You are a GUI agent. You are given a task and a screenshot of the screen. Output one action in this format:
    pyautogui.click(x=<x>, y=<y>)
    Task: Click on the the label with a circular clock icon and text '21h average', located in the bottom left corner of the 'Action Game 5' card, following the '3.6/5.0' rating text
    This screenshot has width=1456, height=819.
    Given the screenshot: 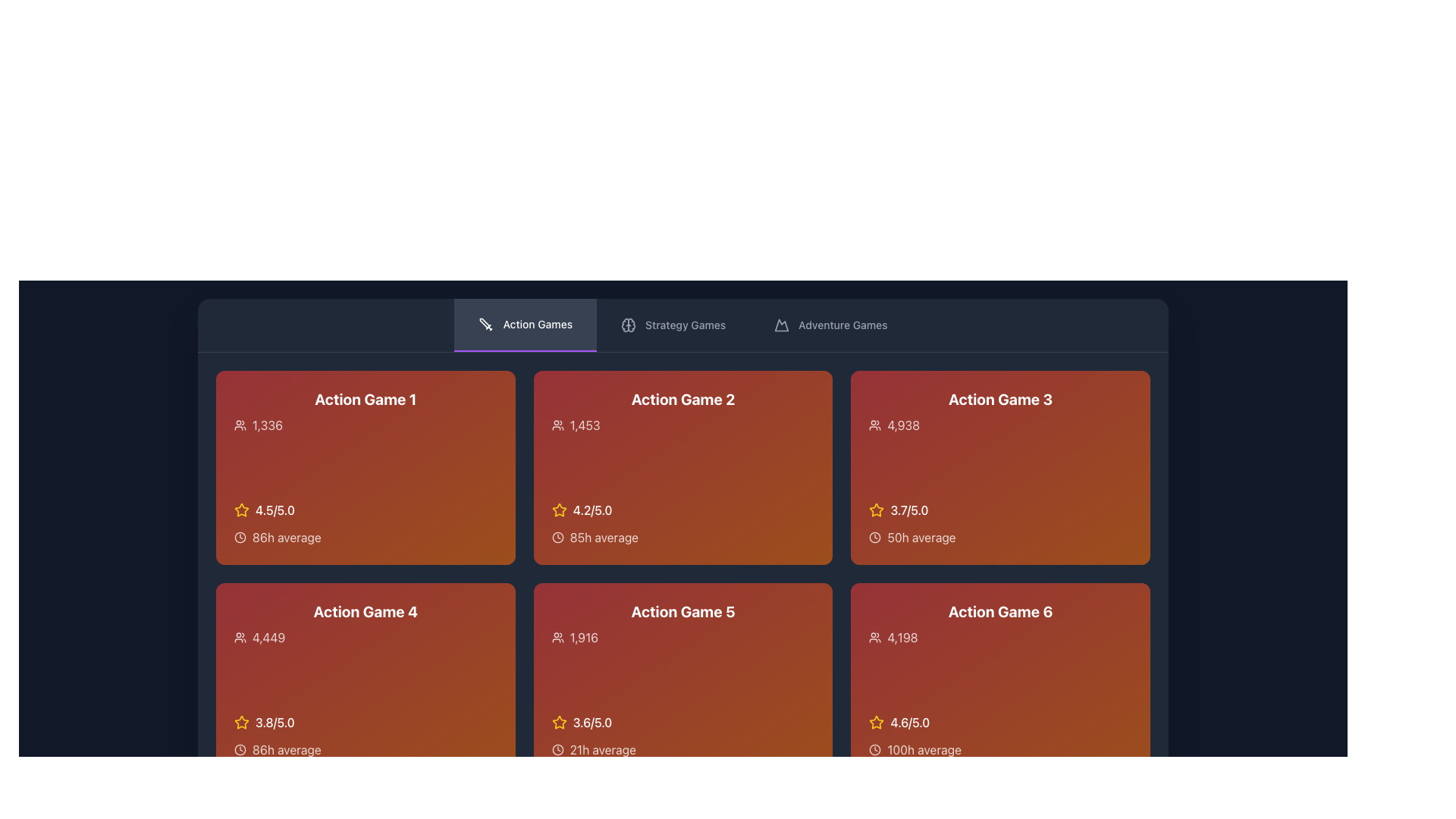 What is the action you would take?
    pyautogui.click(x=682, y=748)
    